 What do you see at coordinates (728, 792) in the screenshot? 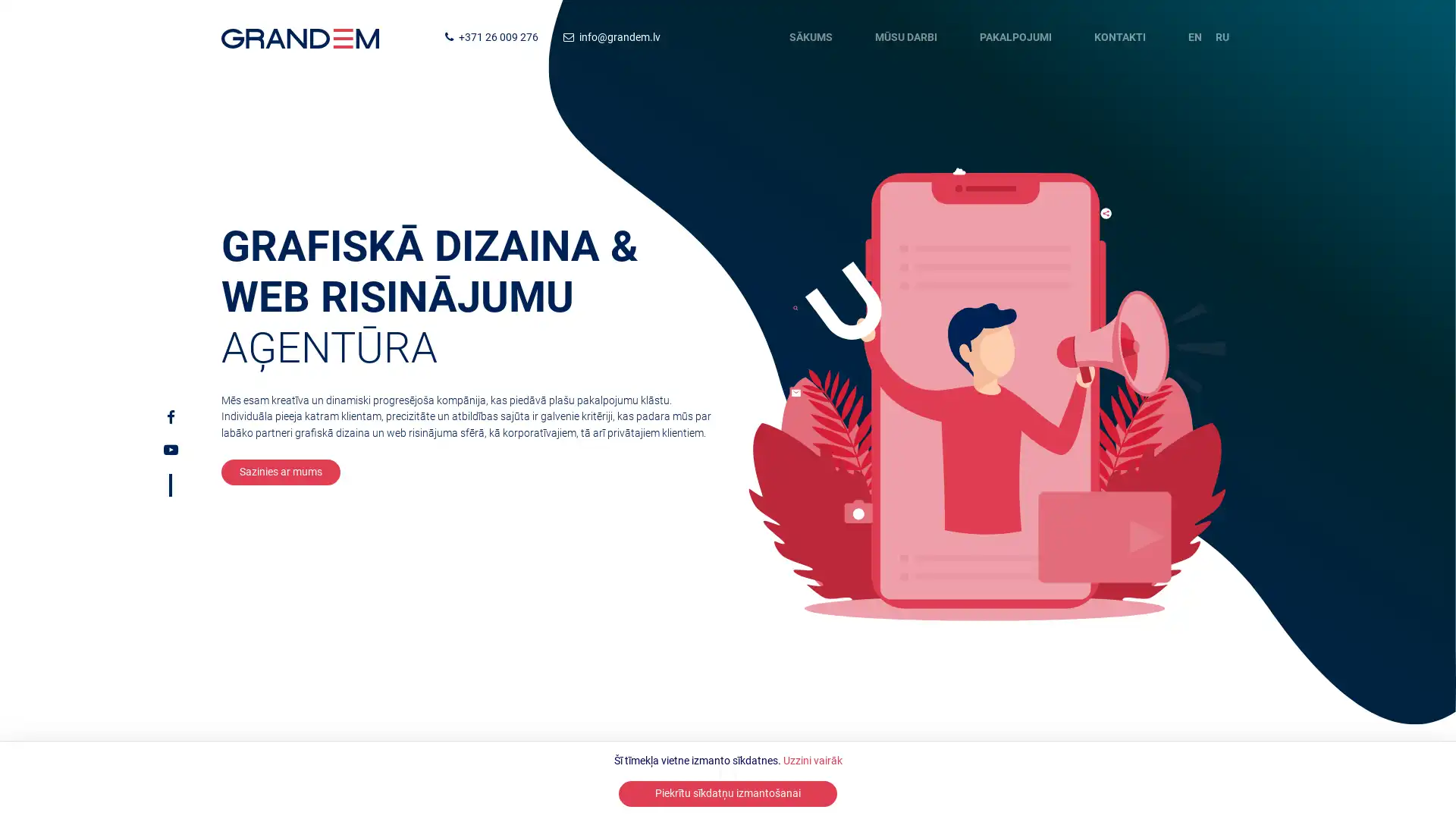
I see `Piekritu sikdatnu izmantosanai` at bounding box center [728, 792].